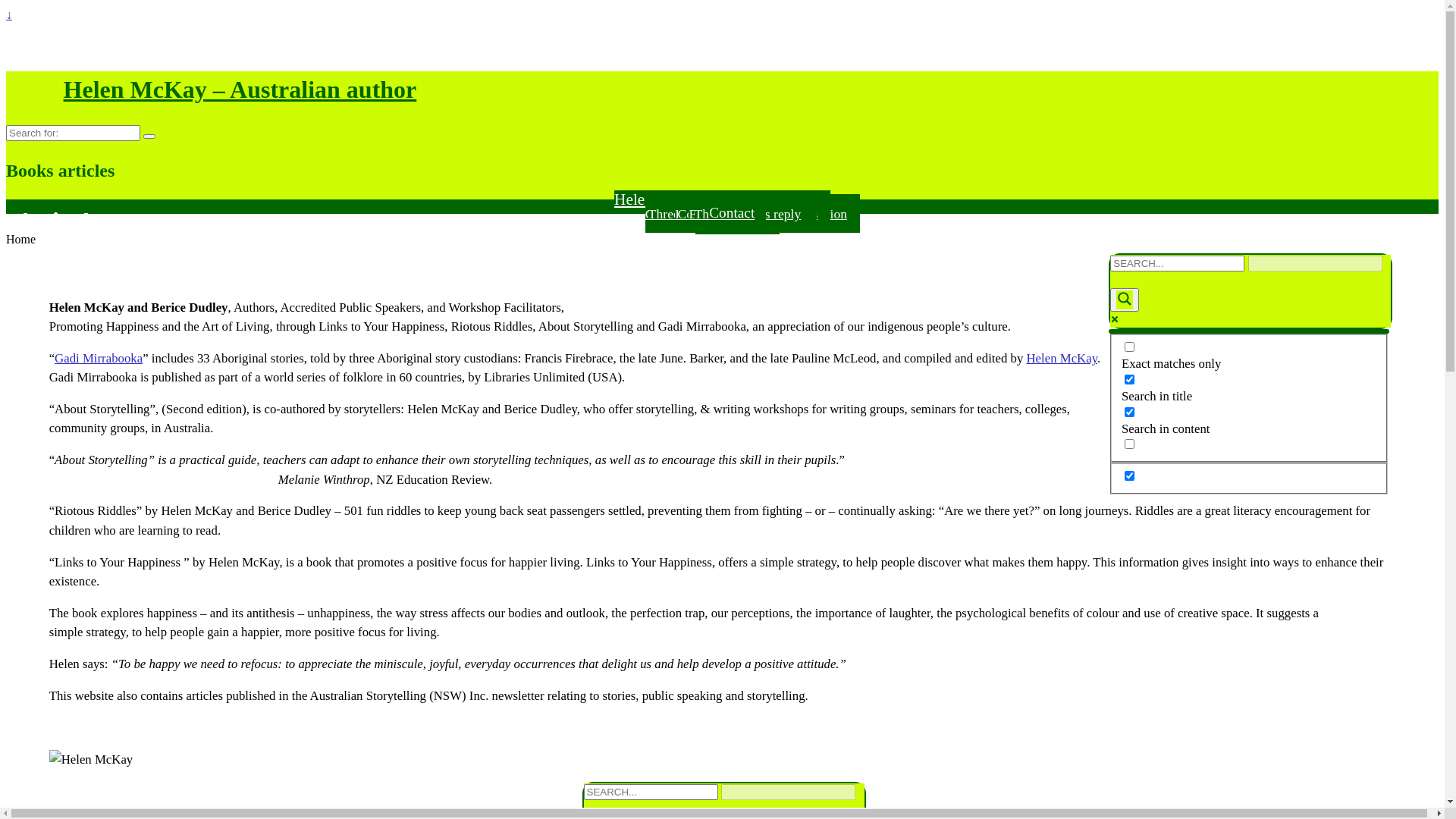  I want to click on 'Gadi Mirrabooka', so click(97, 358).